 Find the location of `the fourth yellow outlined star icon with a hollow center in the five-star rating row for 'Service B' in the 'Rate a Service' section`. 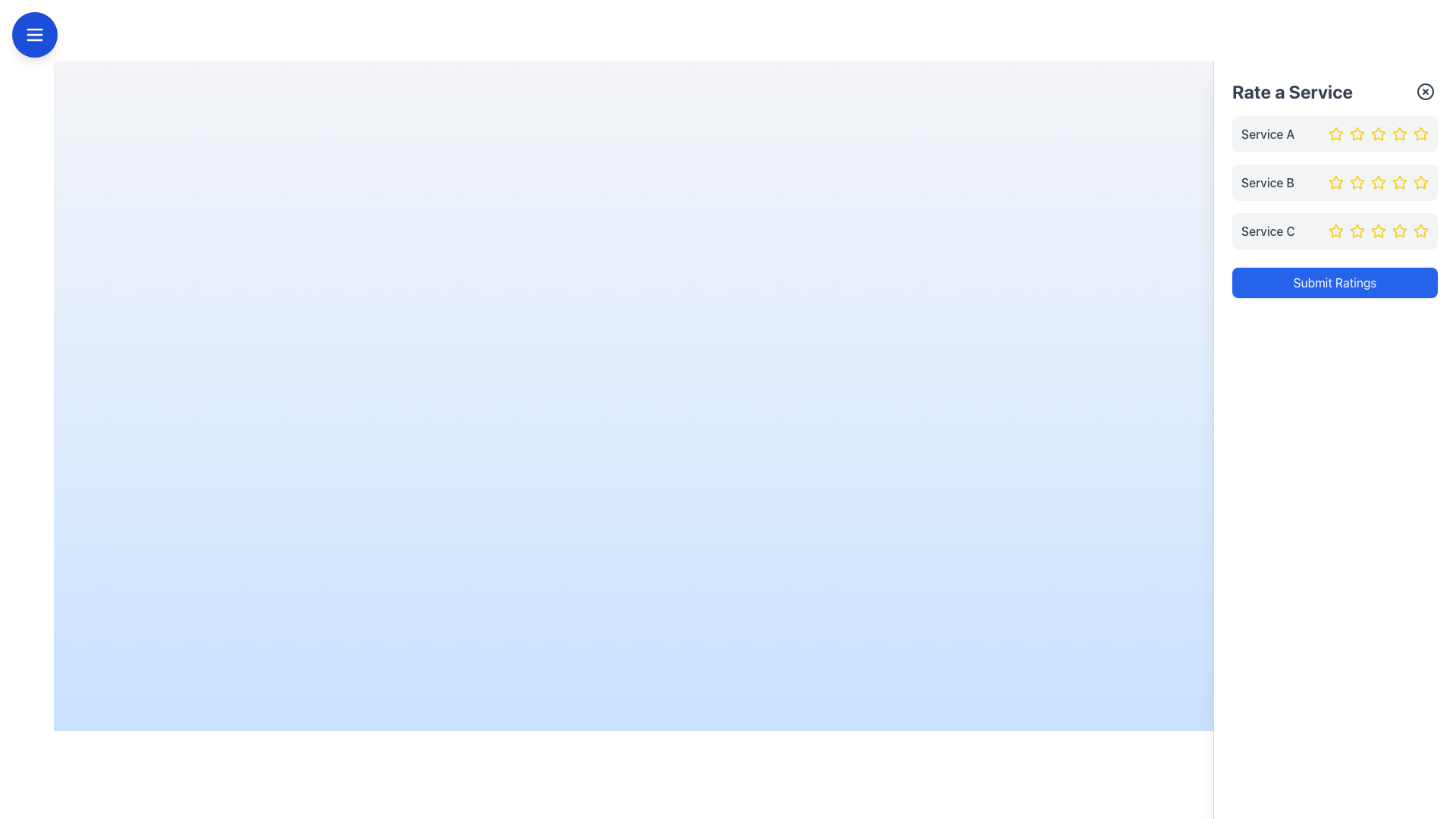

the fourth yellow outlined star icon with a hollow center in the five-star rating row for 'Service B' in the 'Rate a Service' section is located at coordinates (1379, 181).